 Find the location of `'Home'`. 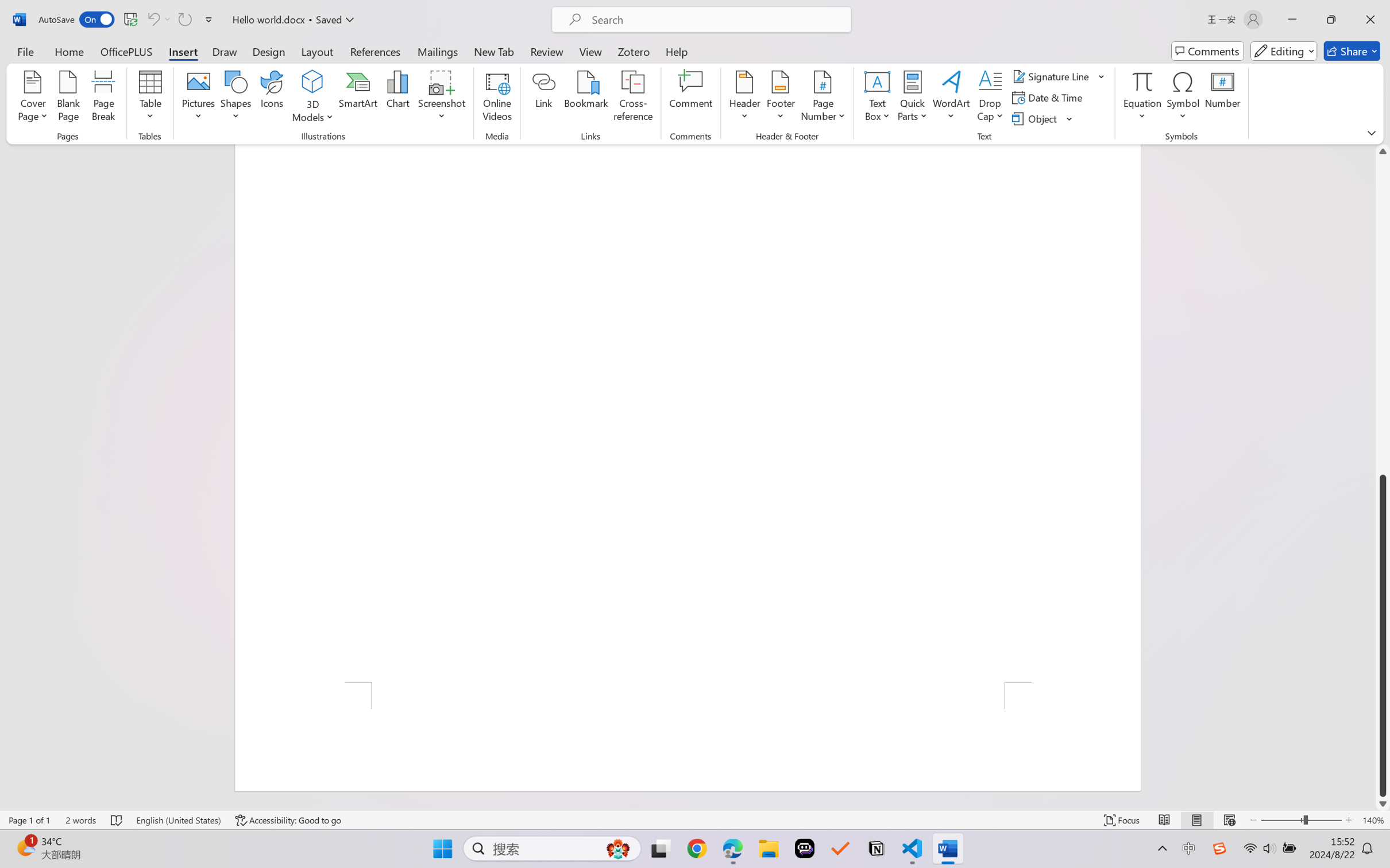

'Home' is located at coordinates (69, 51).